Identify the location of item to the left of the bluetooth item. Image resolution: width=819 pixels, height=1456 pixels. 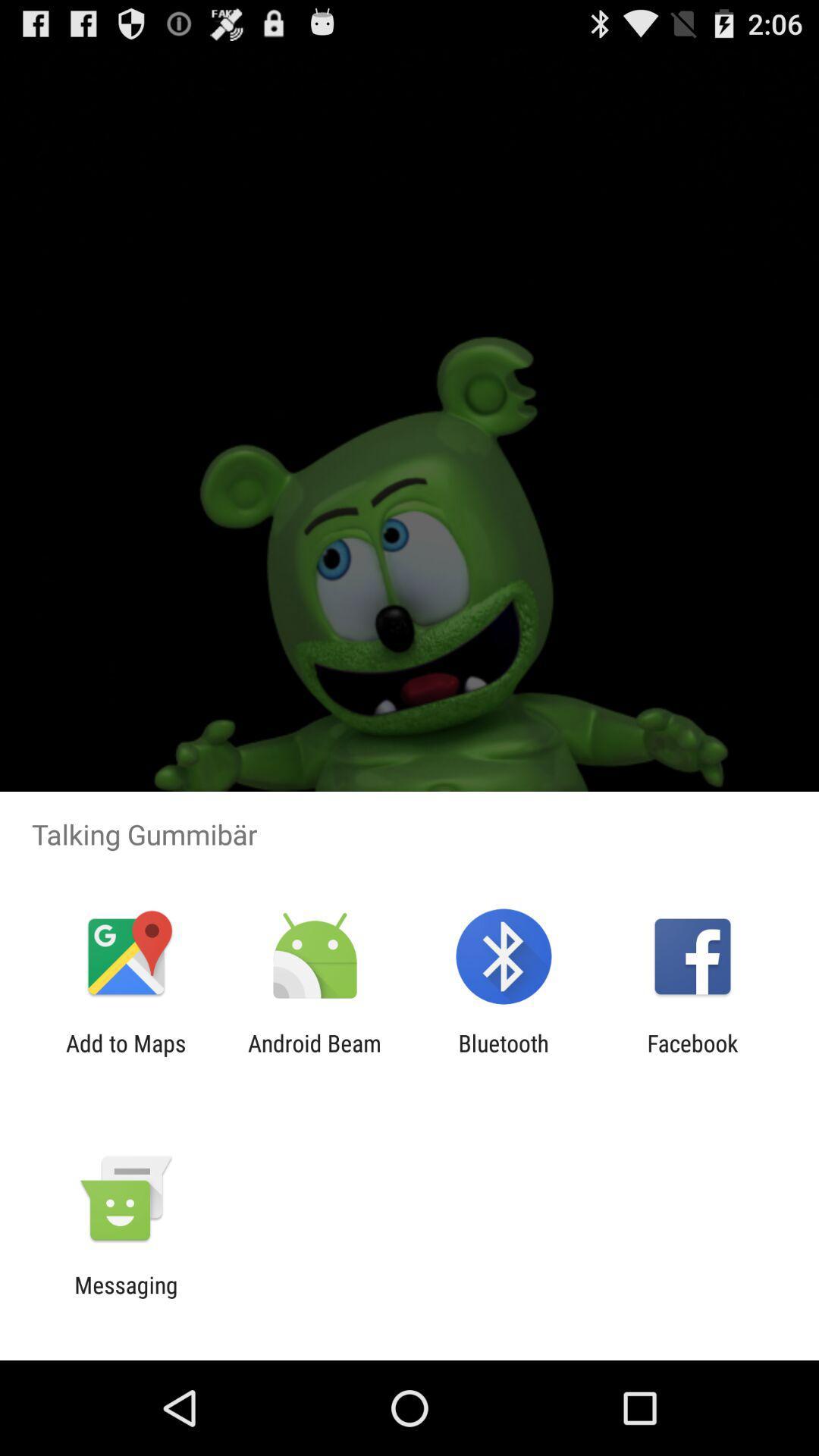
(314, 1056).